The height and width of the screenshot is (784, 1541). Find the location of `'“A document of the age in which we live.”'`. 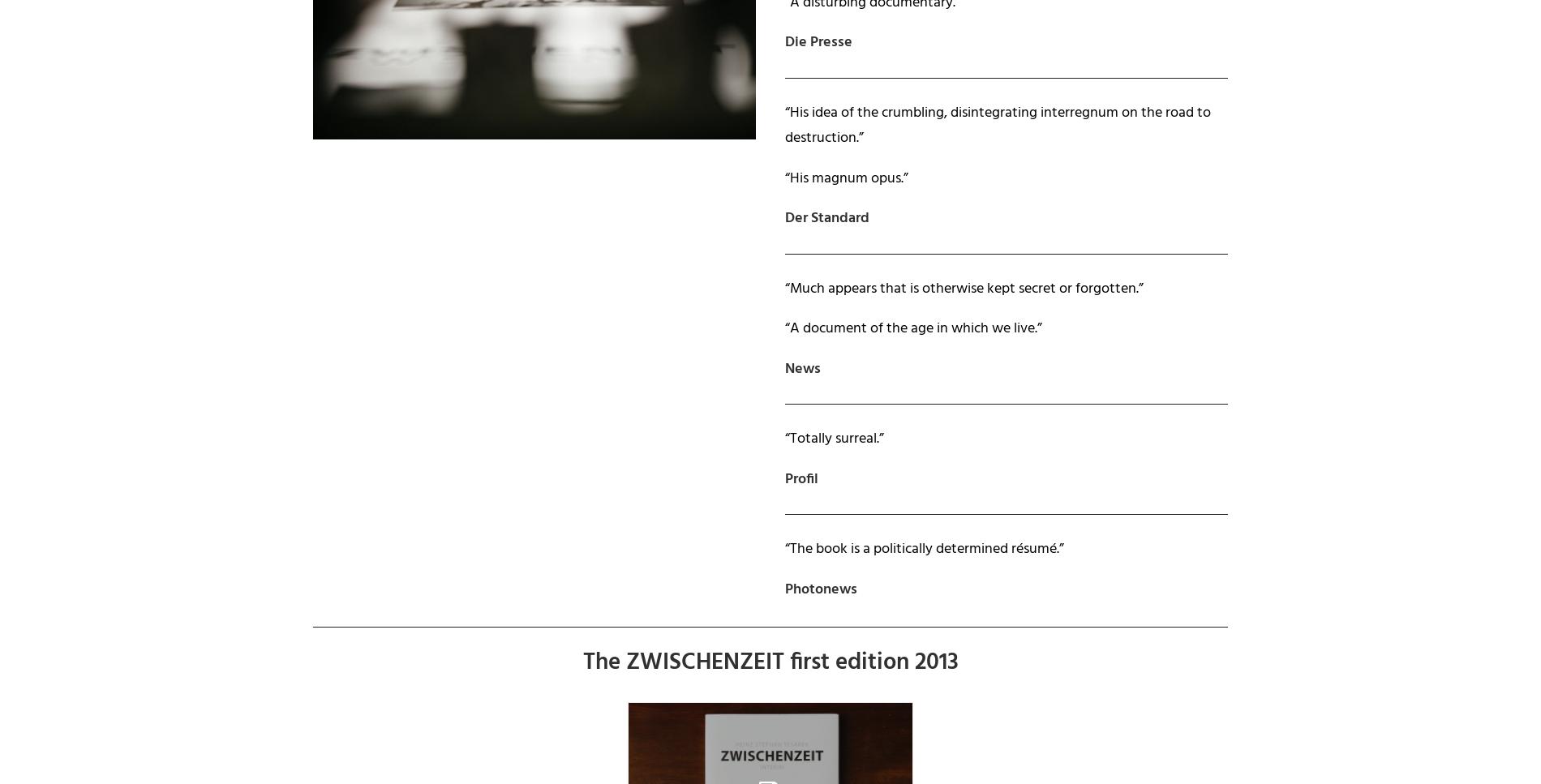

'“A document of the age in which we live.”' is located at coordinates (913, 328).